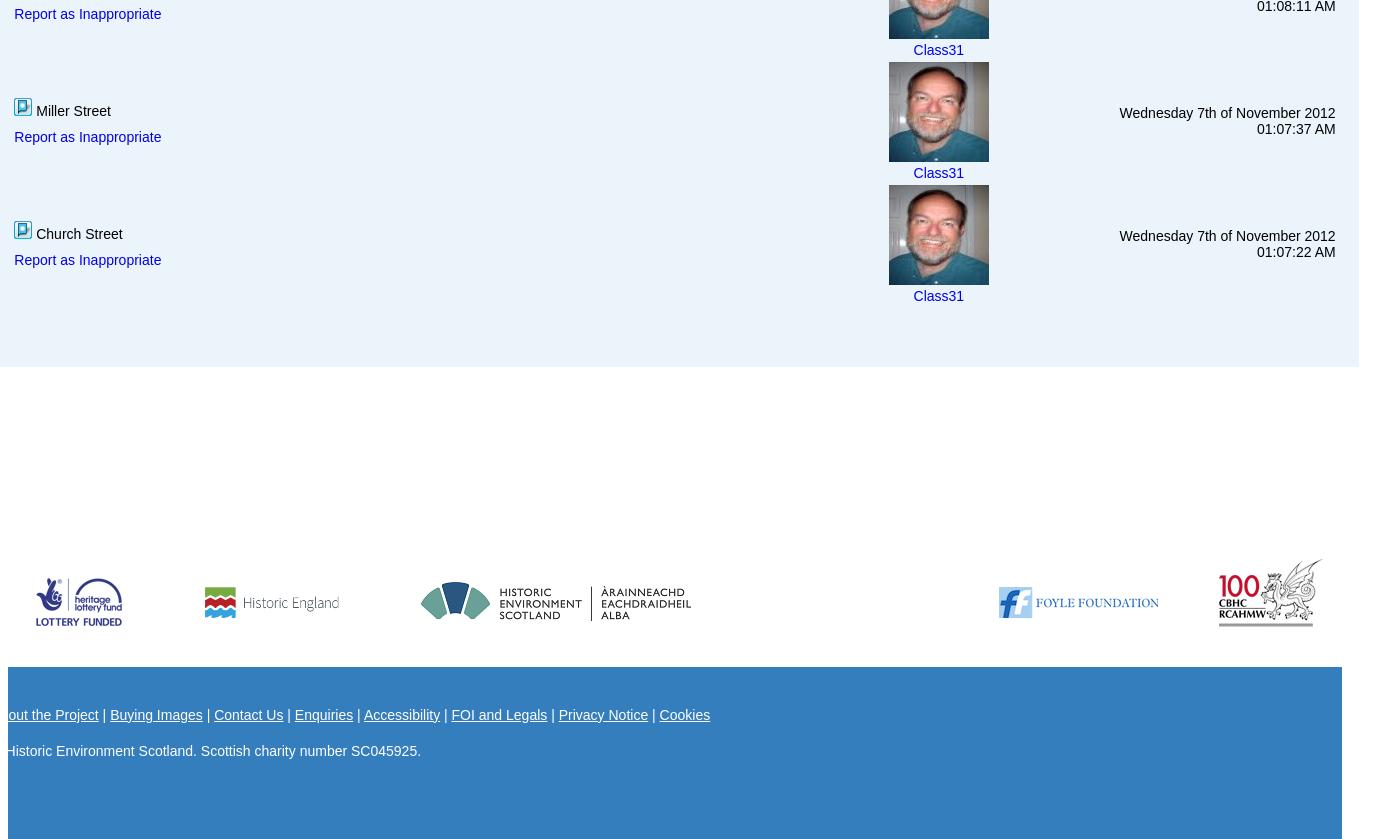  Describe the element at coordinates (213, 712) in the screenshot. I see `'Contact Us'` at that location.